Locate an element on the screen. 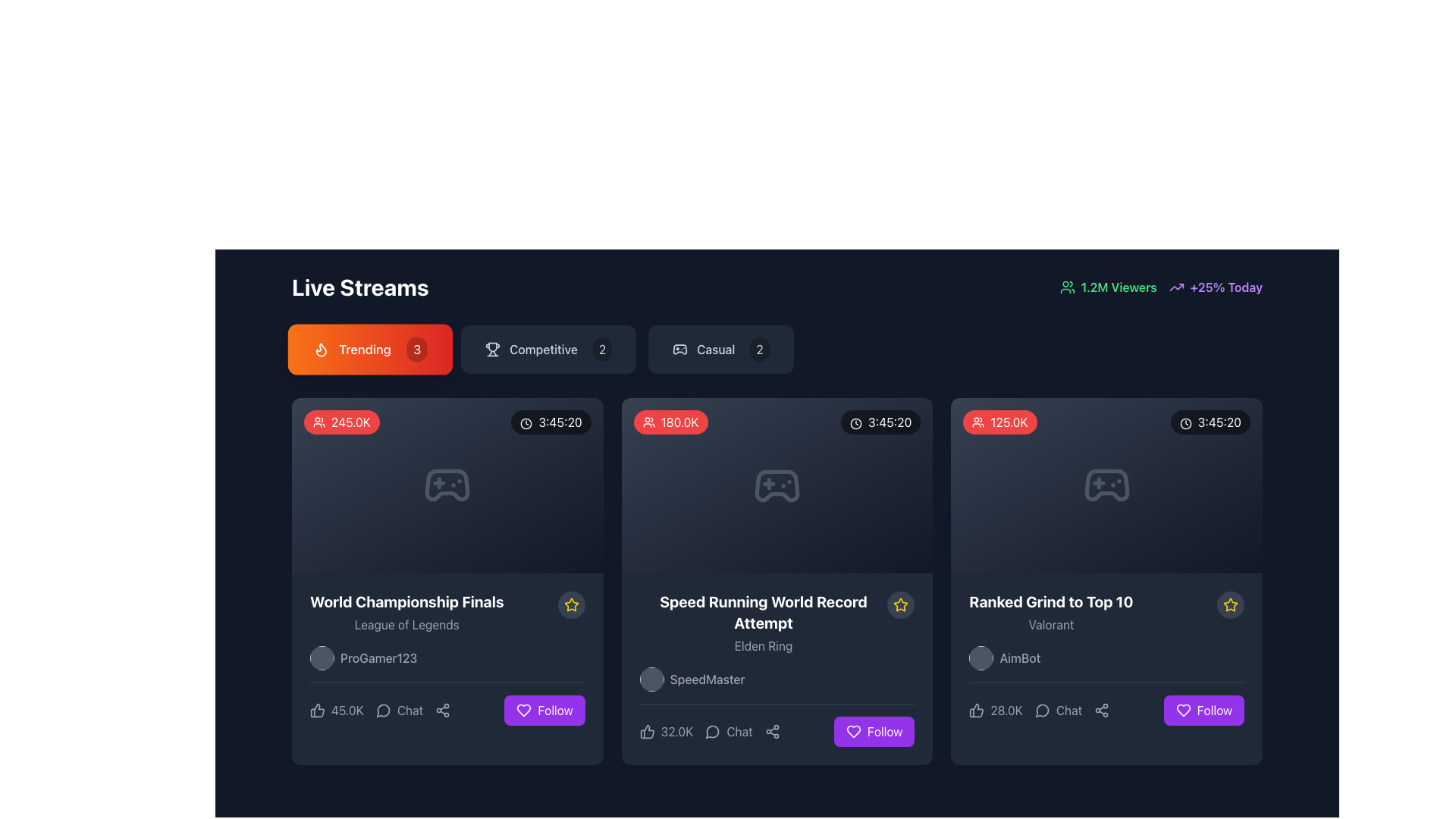  the ellipsoidal red badge containing the text '125.0K' with a group of people icon is located at coordinates (1000, 422).